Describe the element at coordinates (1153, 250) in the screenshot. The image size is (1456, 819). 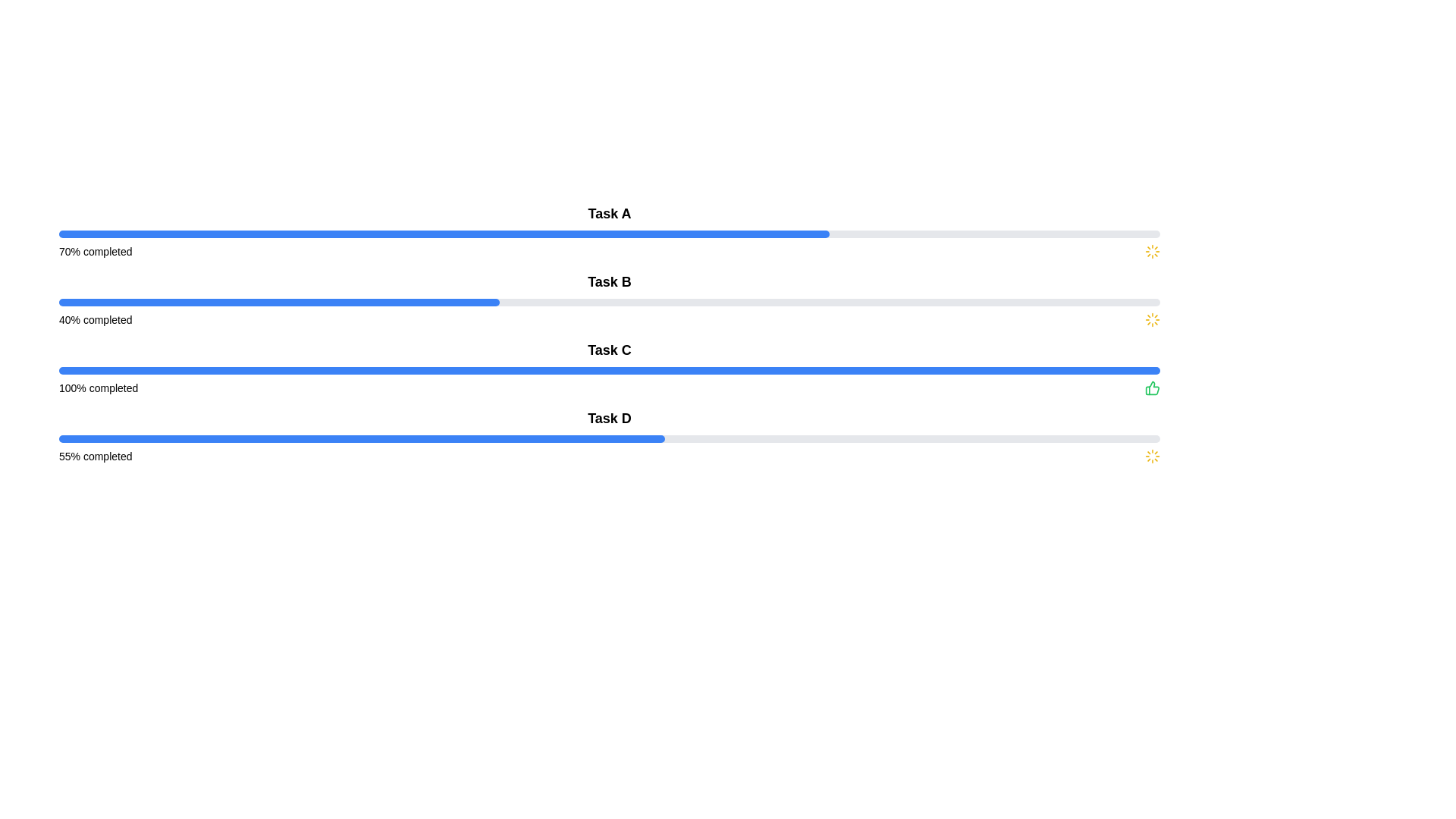
I see `the progress indicator icon located at the top-right section of the '70% completed' progress bar group` at that location.